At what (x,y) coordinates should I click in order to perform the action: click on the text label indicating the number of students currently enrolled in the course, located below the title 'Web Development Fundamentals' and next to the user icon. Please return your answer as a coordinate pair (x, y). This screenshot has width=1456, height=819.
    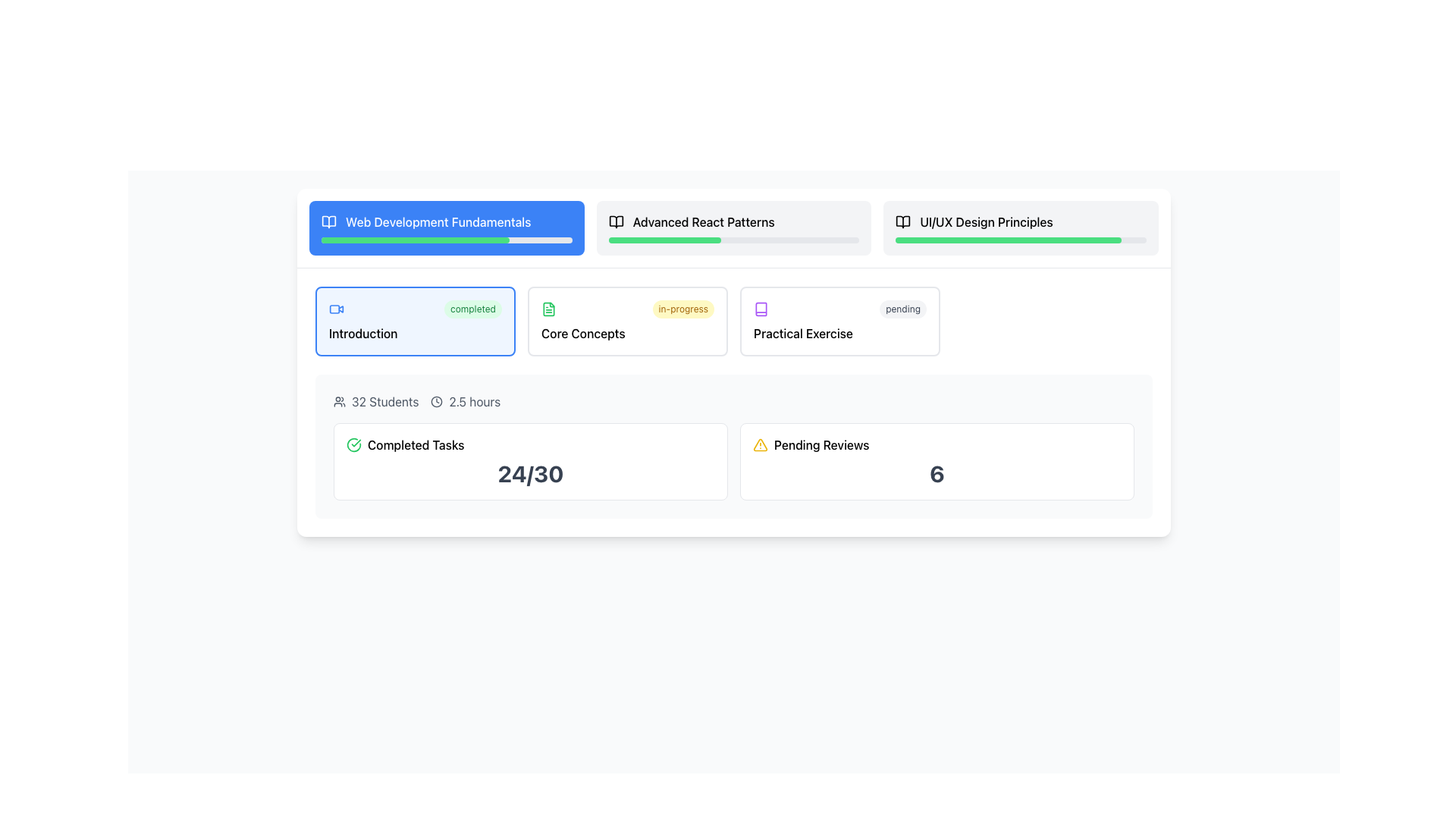
    Looking at the image, I should click on (385, 400).